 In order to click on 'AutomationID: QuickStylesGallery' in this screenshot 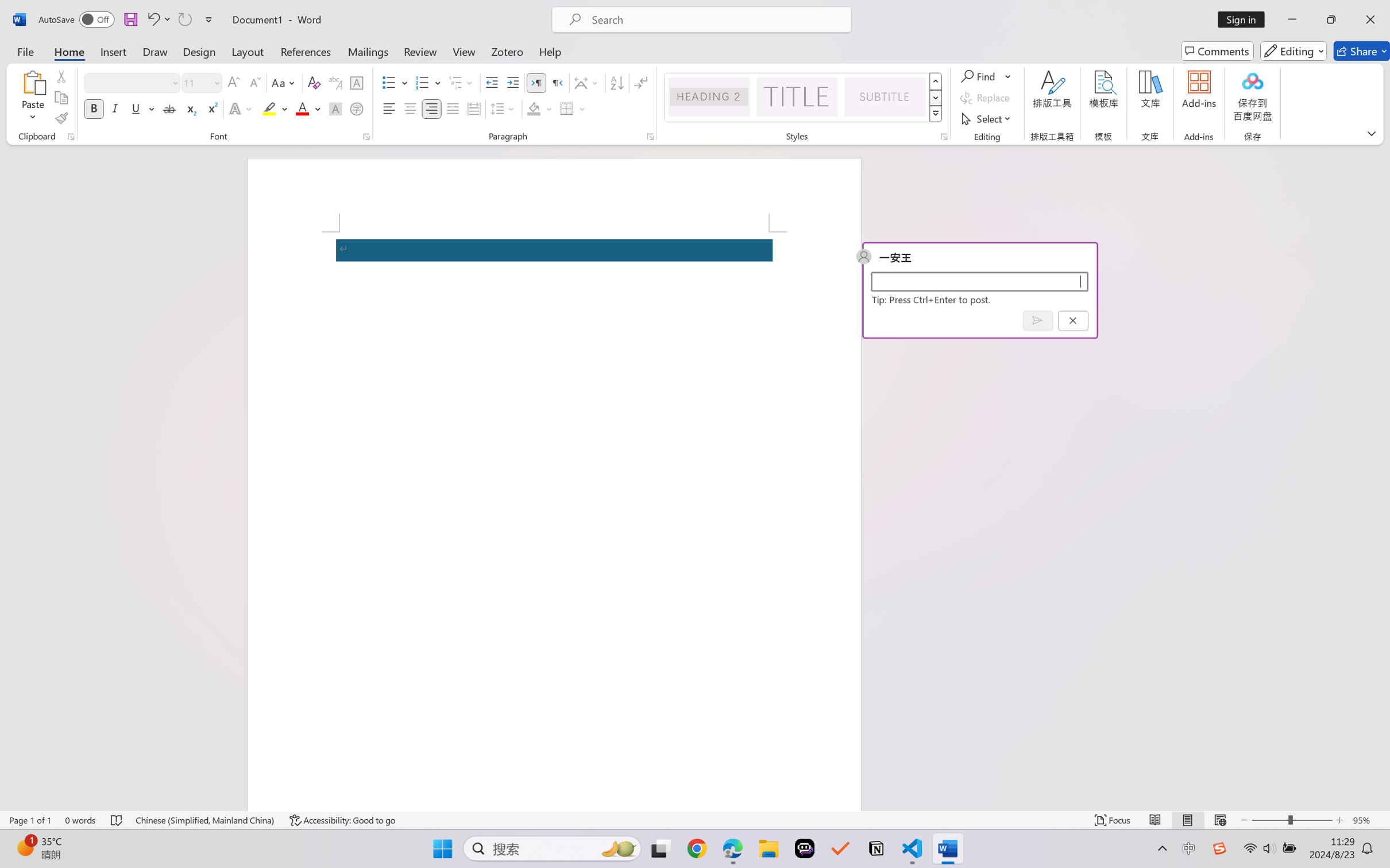, I will do `click(802, 98)`.